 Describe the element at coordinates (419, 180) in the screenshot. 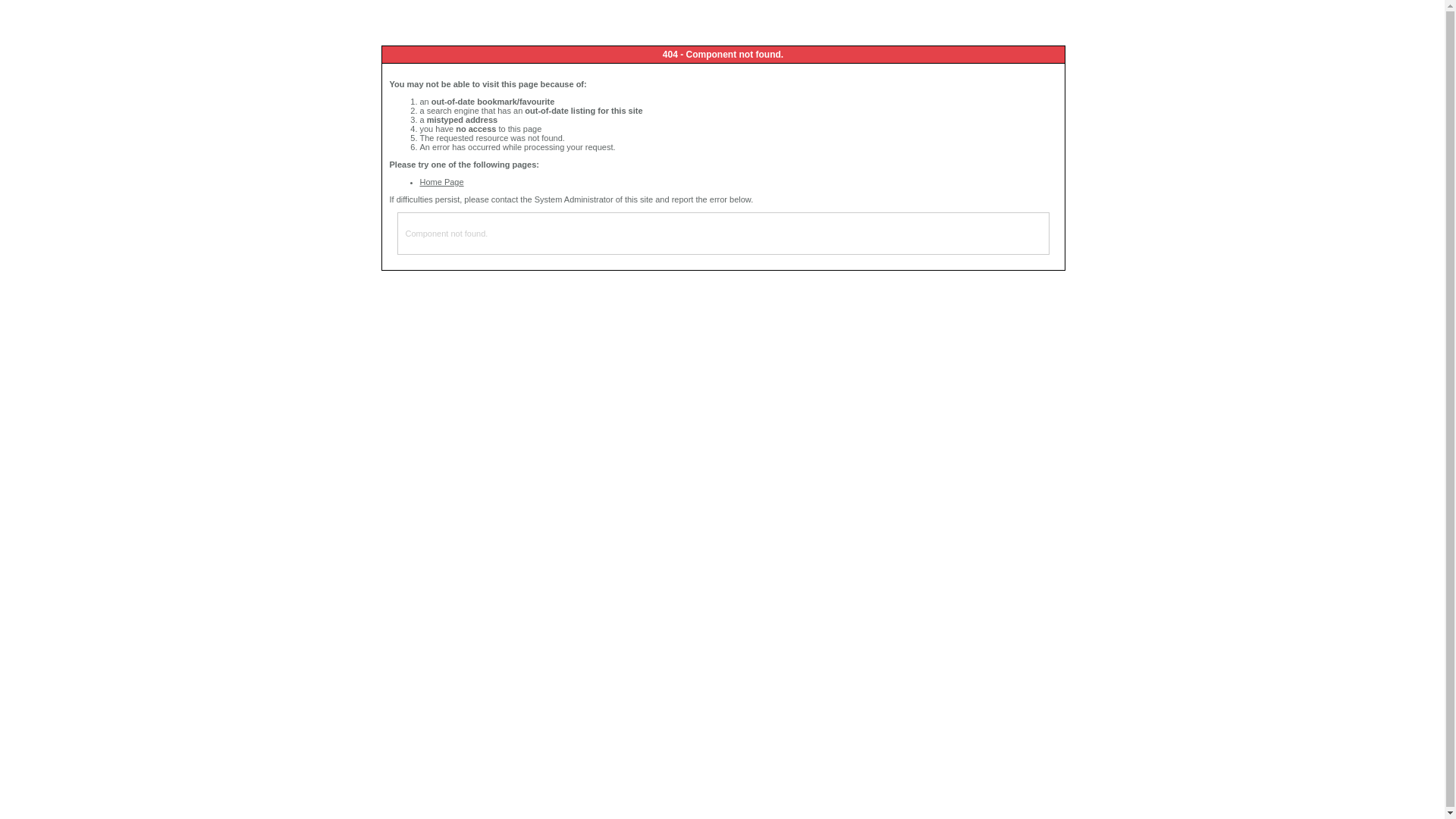

I see `'Home Page'` at that location.